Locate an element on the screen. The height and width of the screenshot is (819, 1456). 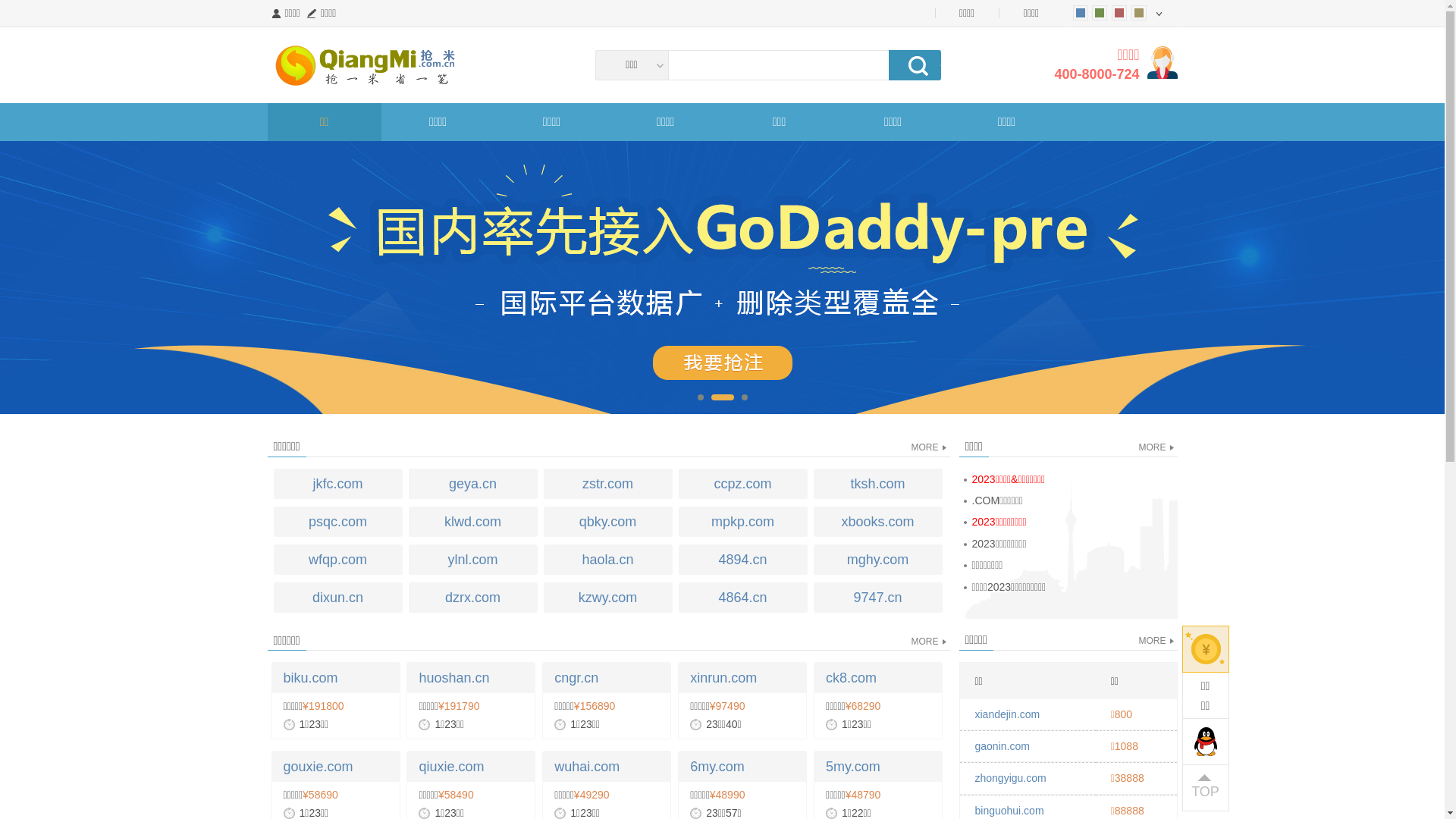
'zstr.com' is located at coordinates (607, 483).